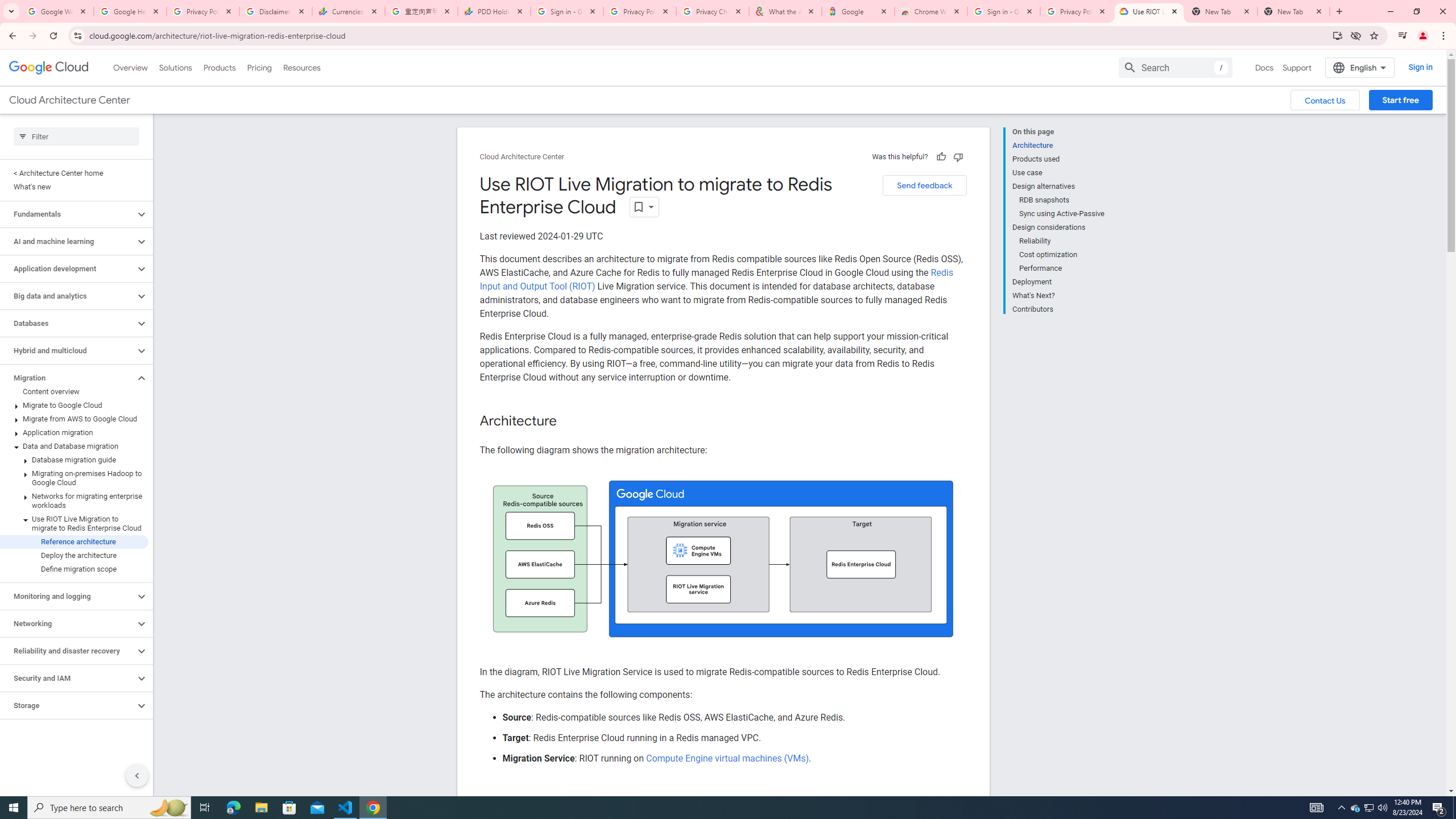  What do you see at coordinates (67, 651) in the screenshot?
I see `'Reliability and disaster recovery'` at bounding box center [67, 651].